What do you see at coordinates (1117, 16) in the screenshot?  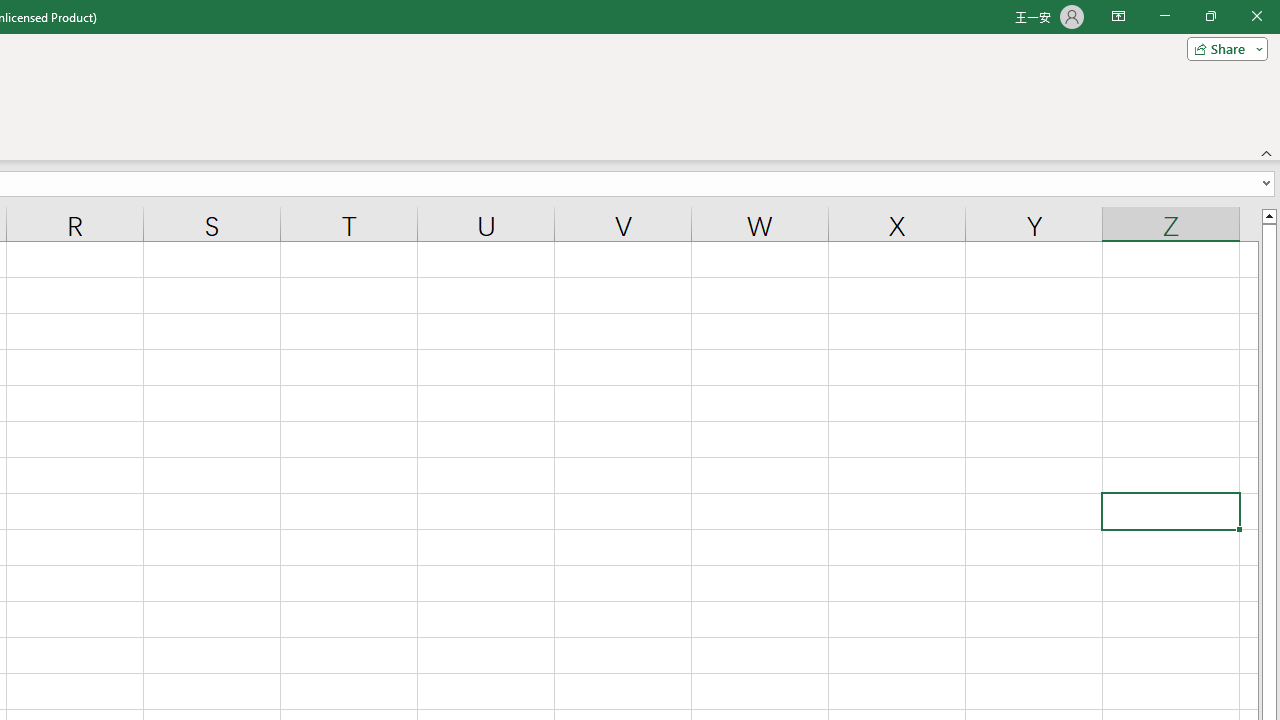 I see `'Ribbon Display Options'` at bounding box center [1117, 16].